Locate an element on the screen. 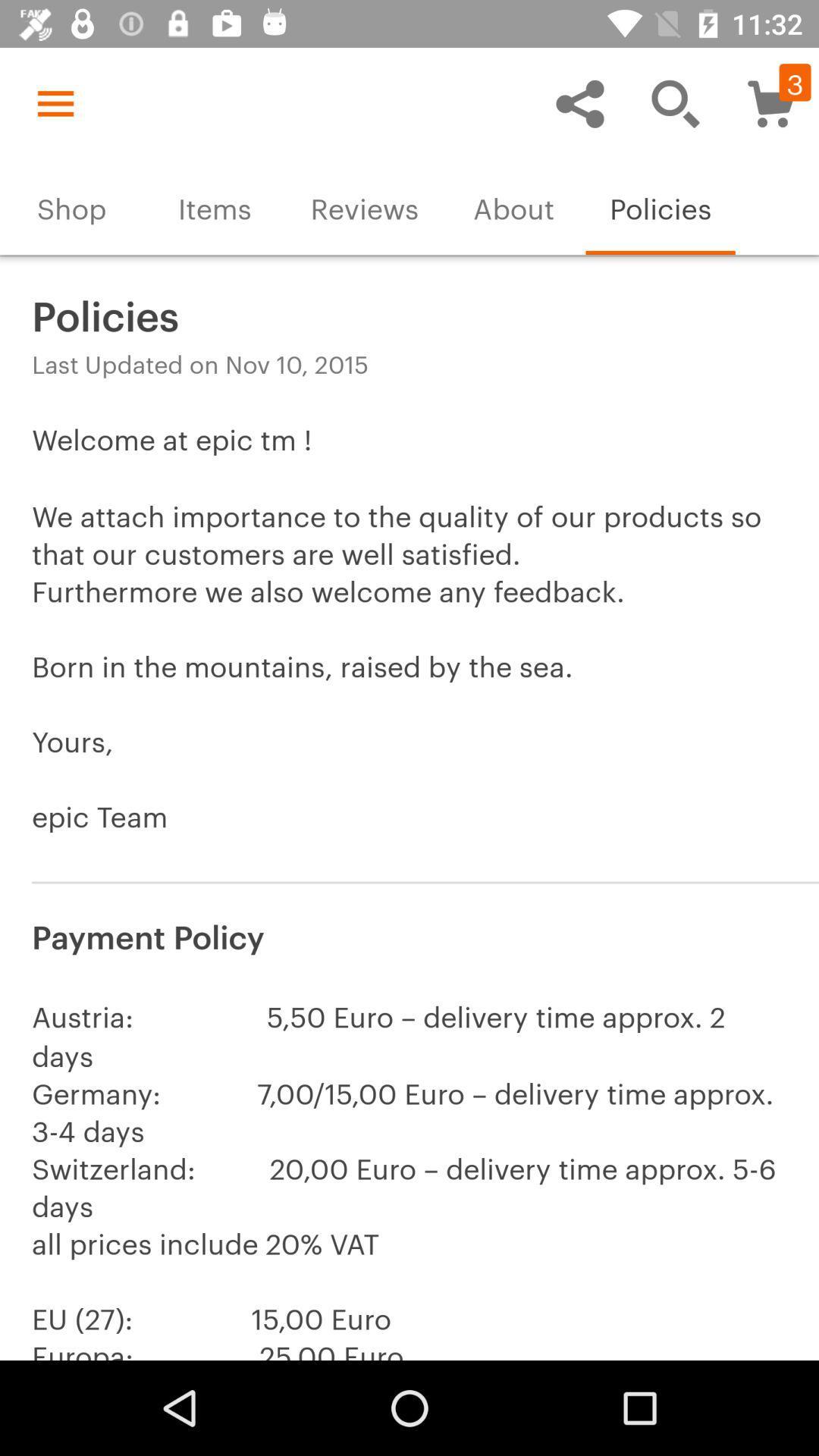 The height and width of the screenshot is (1456, 819). the austria 5 50 is located at coordinates (409, 1173).